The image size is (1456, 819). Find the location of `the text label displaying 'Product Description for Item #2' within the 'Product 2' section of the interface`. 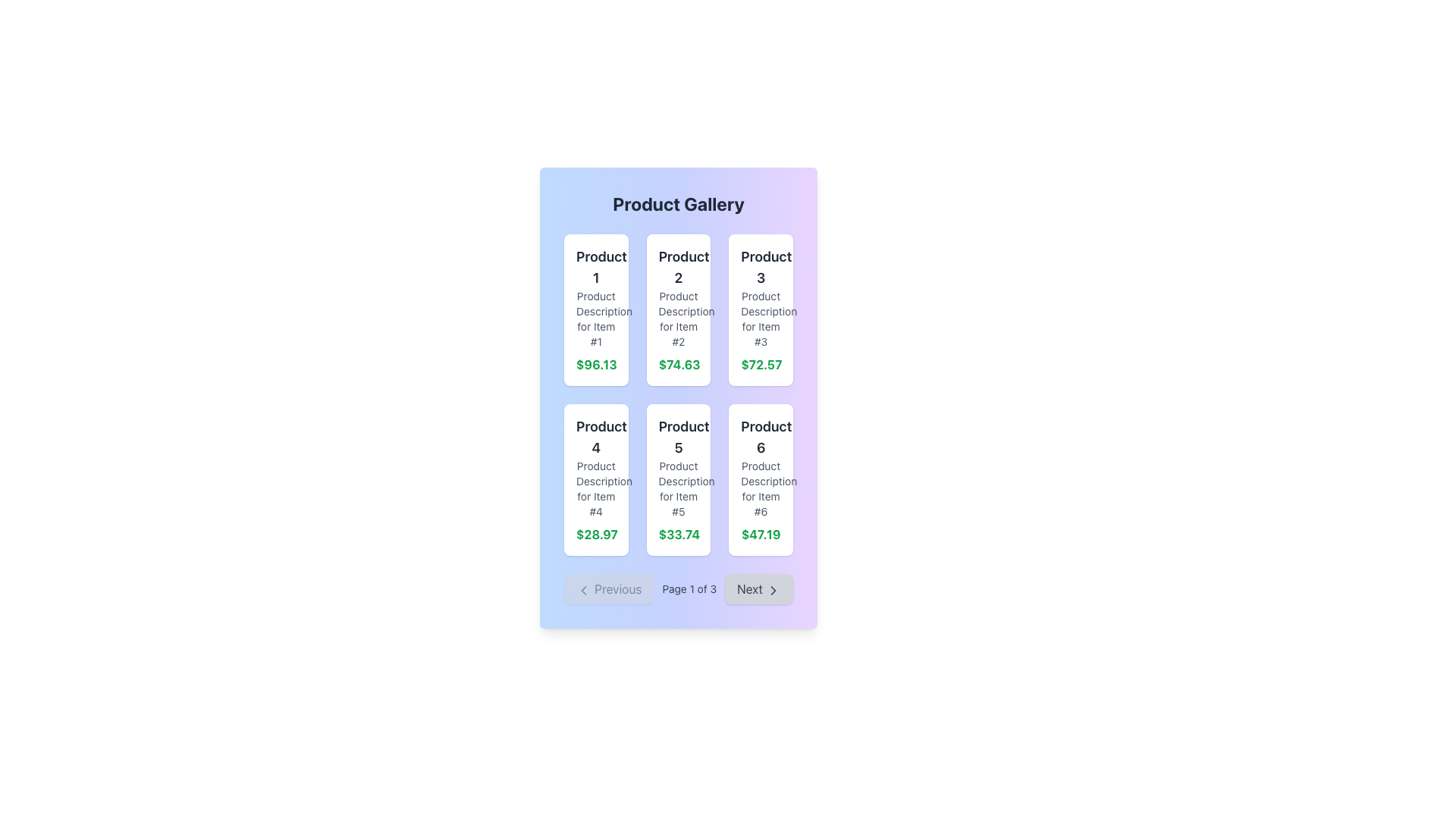

the text label displaying 'Product Description for Item #2' within the 'Product 2' section of the interface is located at coordinates (677, 318).